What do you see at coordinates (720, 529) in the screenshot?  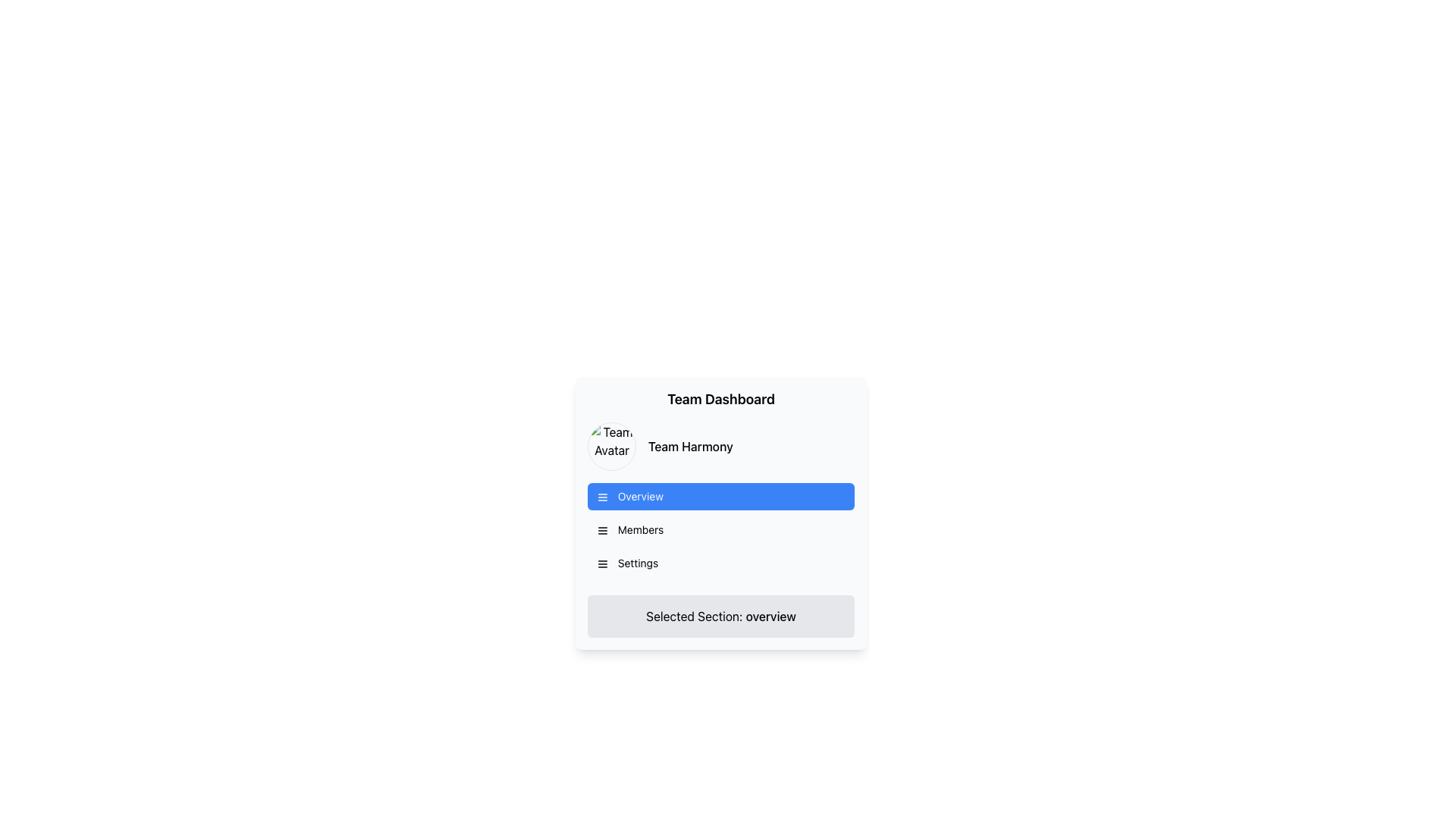 I see `the 'Members' navigational menu item, which is positioned between 'Overview' and 'Settings'` at bounding box center [720, 529].